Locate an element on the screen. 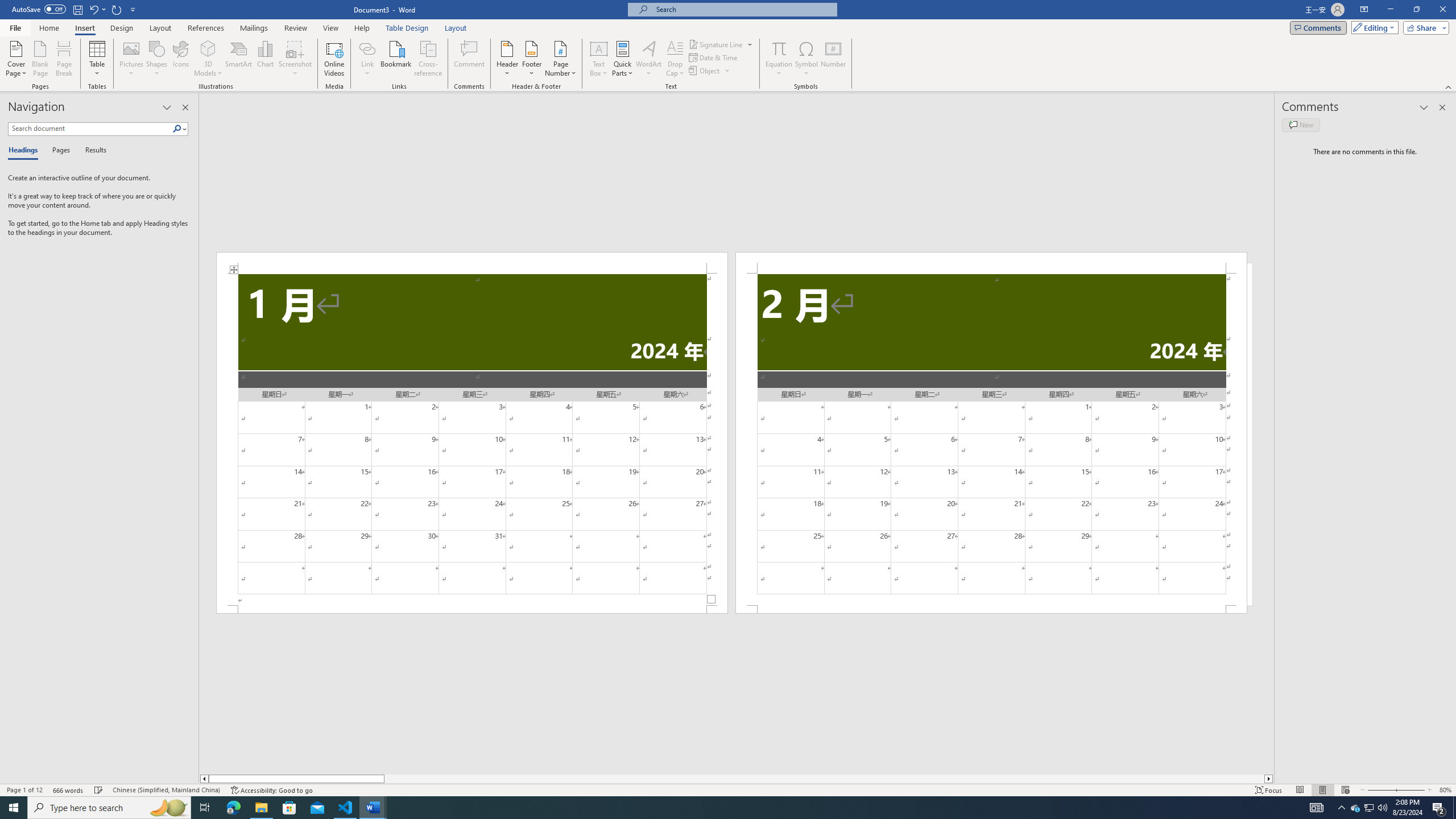 Image resolution: width=1456 pixels, height=819 pixels. 'Accessibility Checker Accessibility: Good to go' is located at coordinates (271, 790).